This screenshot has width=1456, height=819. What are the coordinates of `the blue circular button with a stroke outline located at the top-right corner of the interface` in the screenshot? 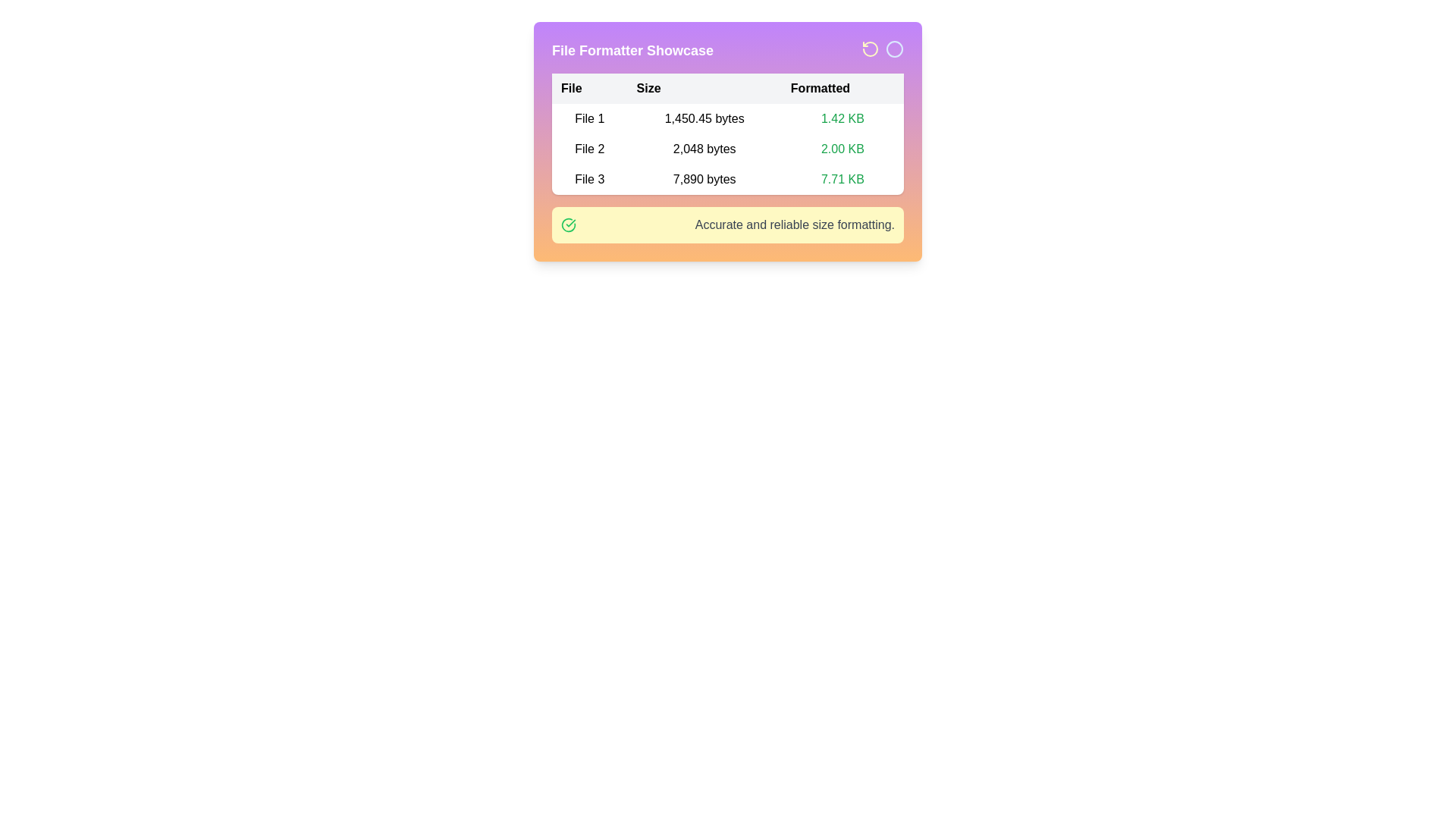 It's located at (895, 49).